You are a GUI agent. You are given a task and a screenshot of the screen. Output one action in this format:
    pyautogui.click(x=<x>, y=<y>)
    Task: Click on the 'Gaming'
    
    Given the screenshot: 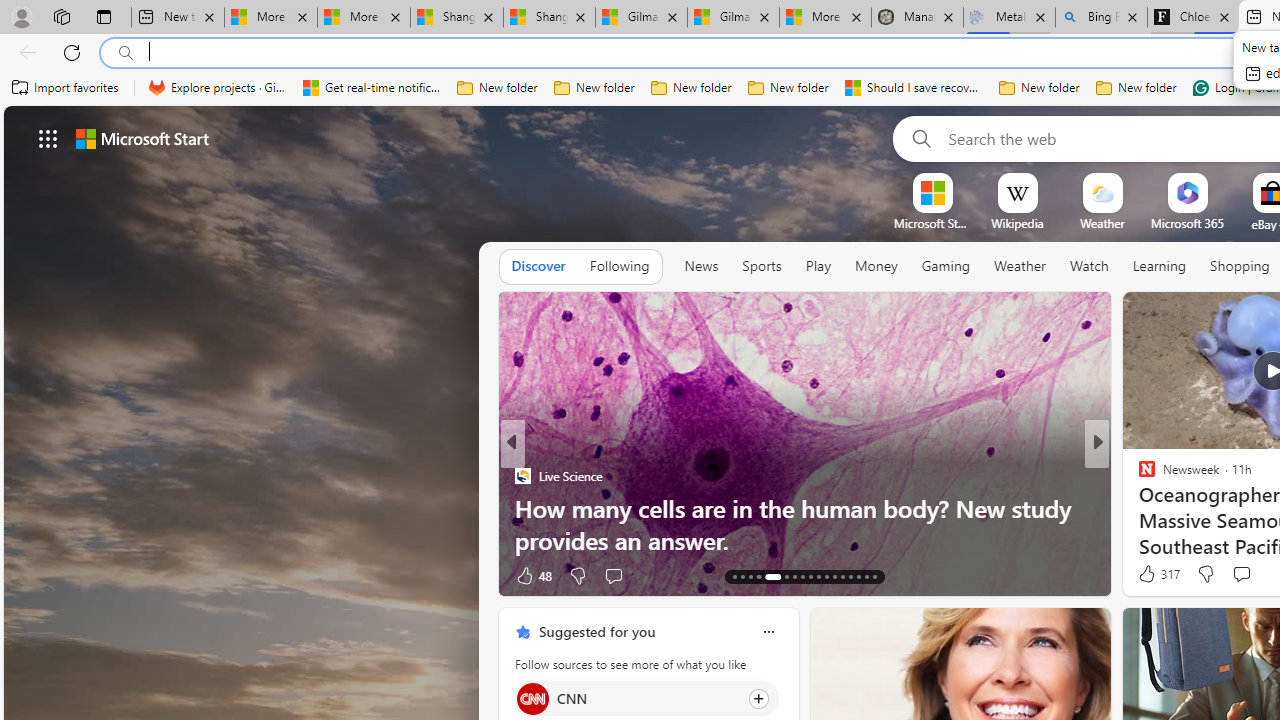 What is the action you would take?
    pyautogui.click(x=944, y=265)
    